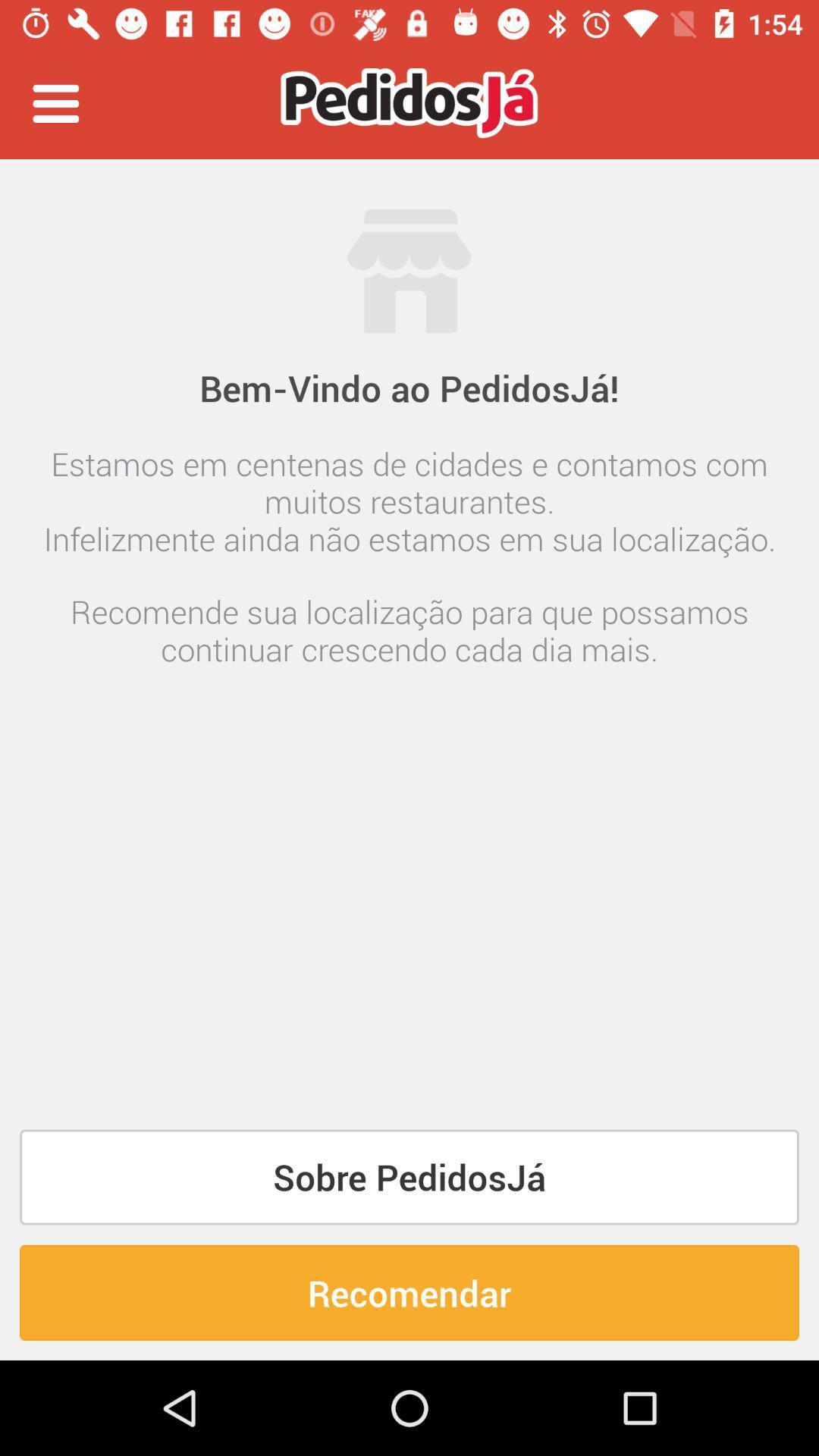 This screenshot has height=1456, width=819. Describe the element at coordinates (55, 102) in the screenshot. I see `the item at the top left corner` at that location.